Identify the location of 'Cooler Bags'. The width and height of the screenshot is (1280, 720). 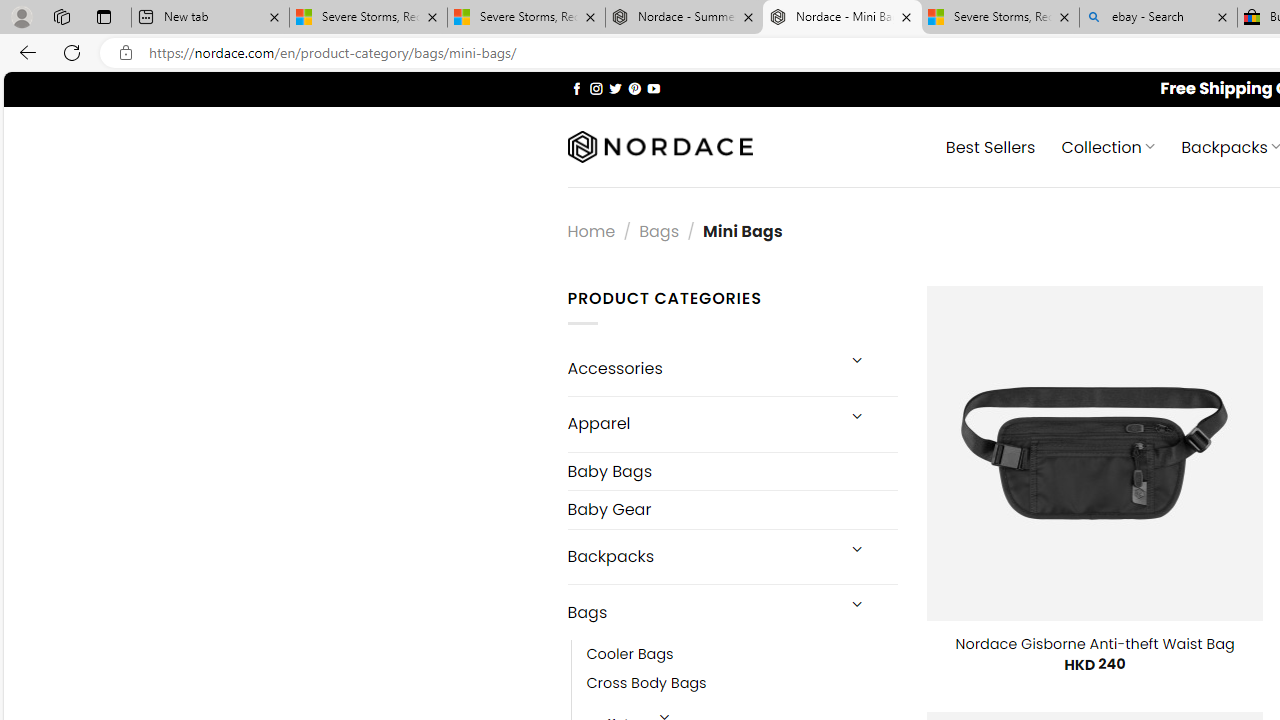
(629, 655).